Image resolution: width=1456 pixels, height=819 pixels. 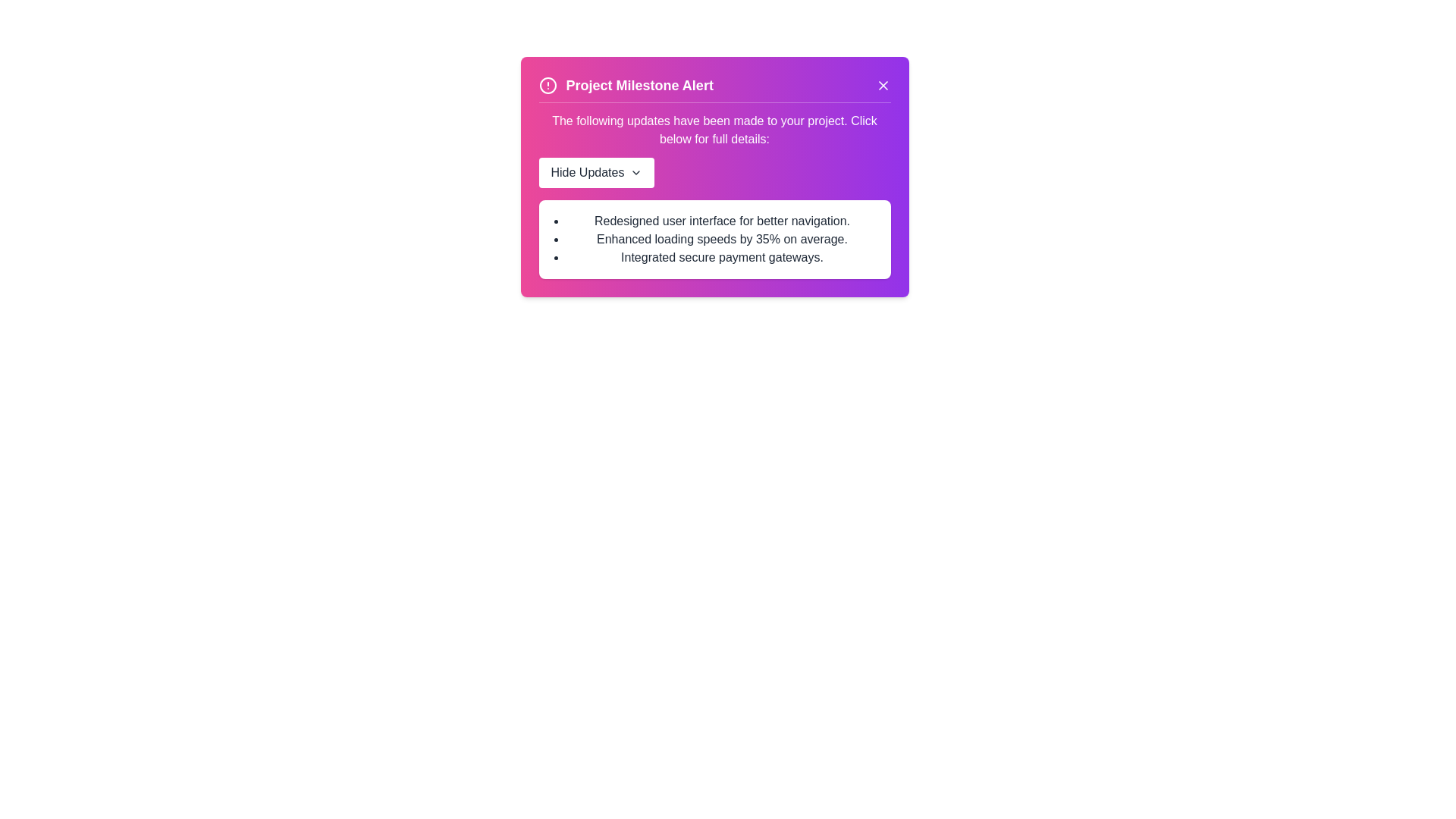 What do you see at coordinates (883, 85) in the screenshot?
I see `the close button (X) to dismiss the alert` at bounding box center [883, 85].